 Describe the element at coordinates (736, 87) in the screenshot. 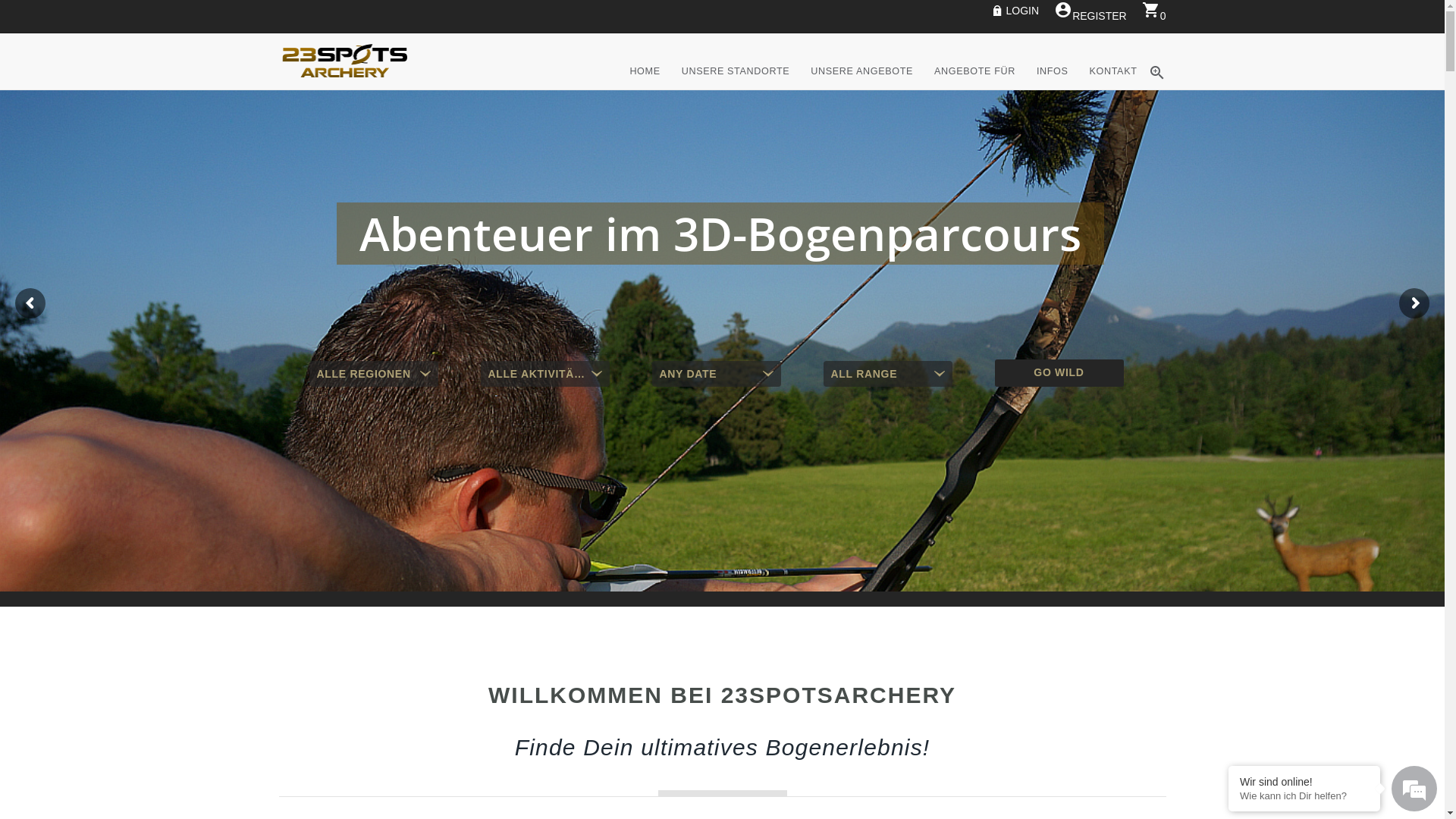

I see `'UNSERE STANDORTE'` at that location.